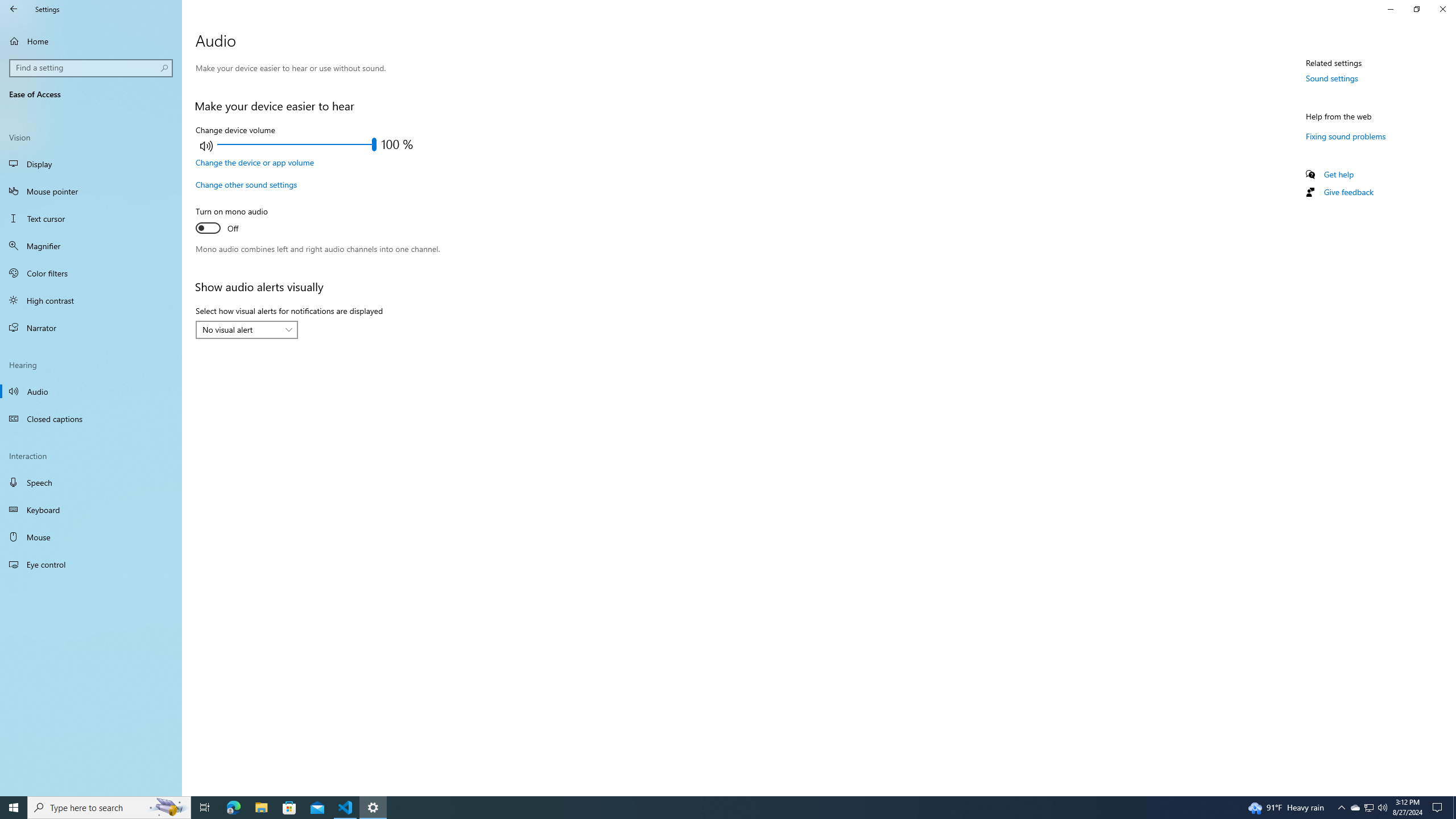  What do you see at coordinates (237, 221) in the screenshot?
I see `'Turn on mono audio'` at bounding box center [237, 221].